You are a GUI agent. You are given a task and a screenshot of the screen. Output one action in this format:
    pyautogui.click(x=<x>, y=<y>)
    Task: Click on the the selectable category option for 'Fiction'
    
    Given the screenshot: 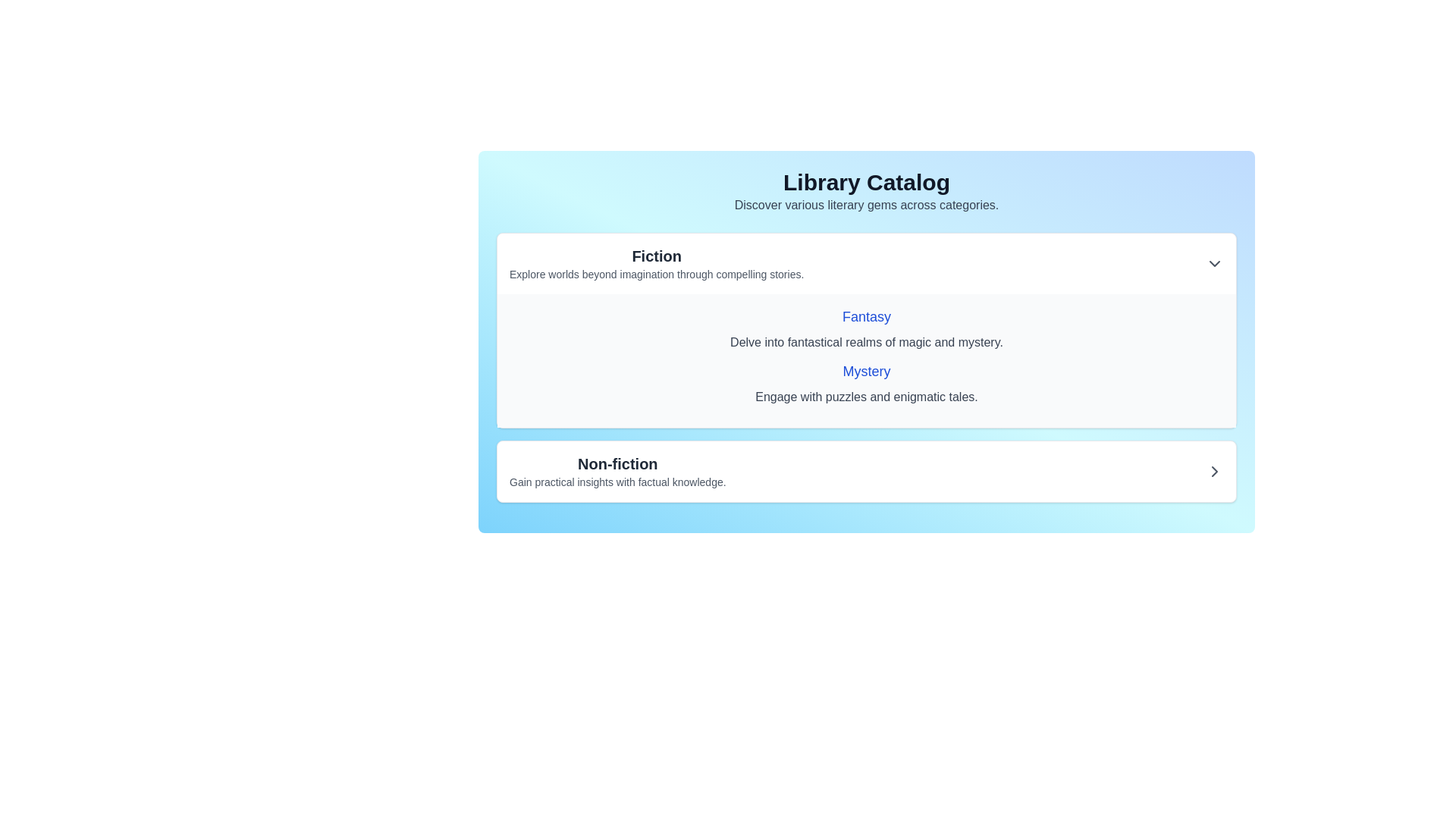 What is the action you would take?
    pyautogui.click(x=657, y=262)
    